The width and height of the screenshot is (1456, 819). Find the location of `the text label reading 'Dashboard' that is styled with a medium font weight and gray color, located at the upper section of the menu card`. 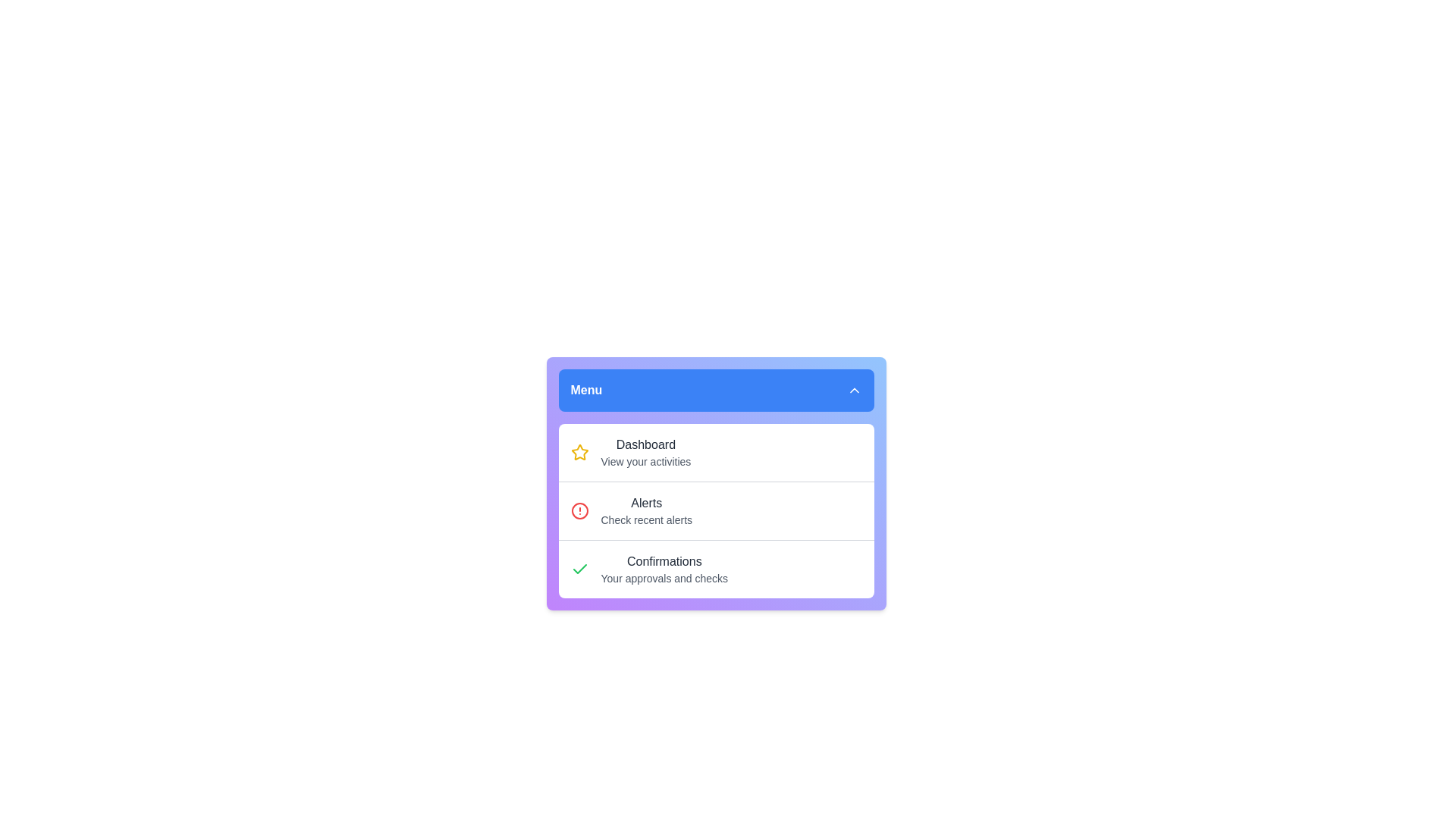

the text label reading 'Dashboard' that is styled with a medium font weight and gray color, located at the upper section of the menu card is located at coordinates (645, 444).